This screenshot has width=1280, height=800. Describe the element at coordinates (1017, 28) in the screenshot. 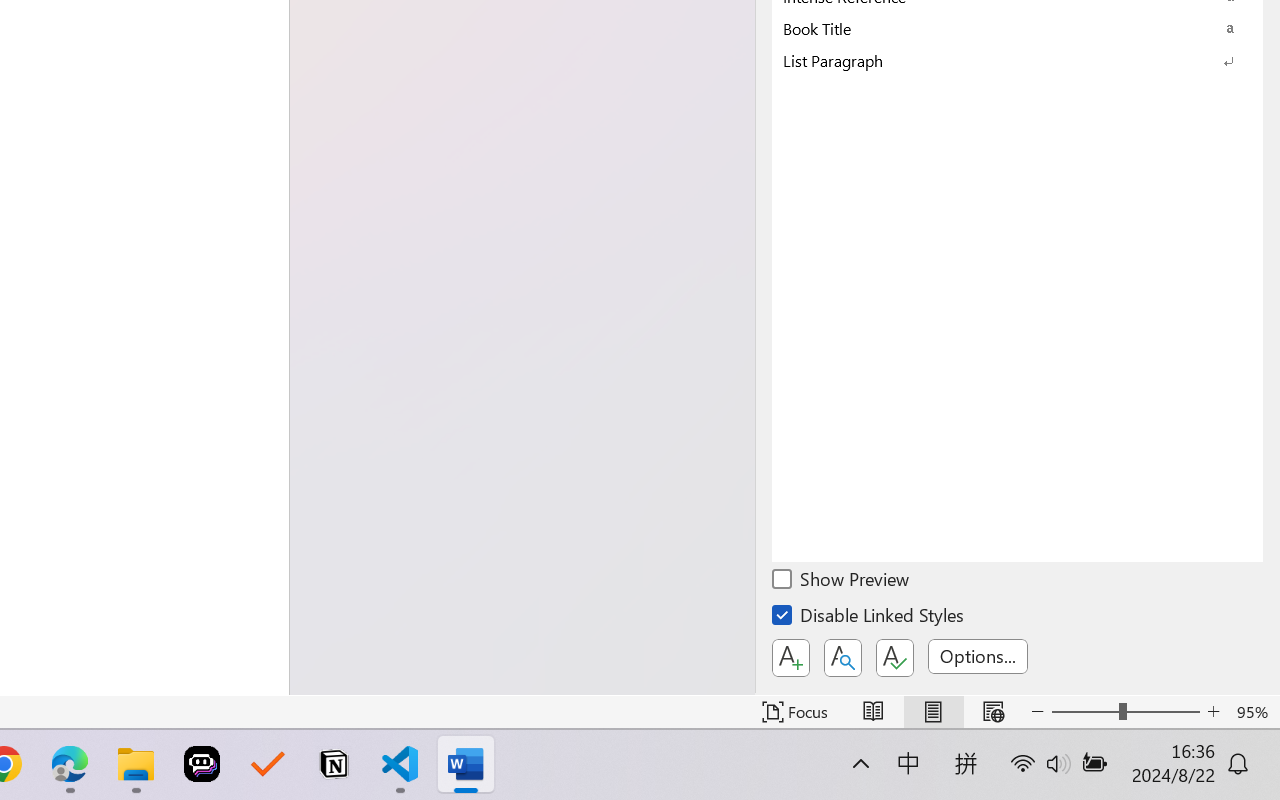

I see `'Book Title'` at that location.